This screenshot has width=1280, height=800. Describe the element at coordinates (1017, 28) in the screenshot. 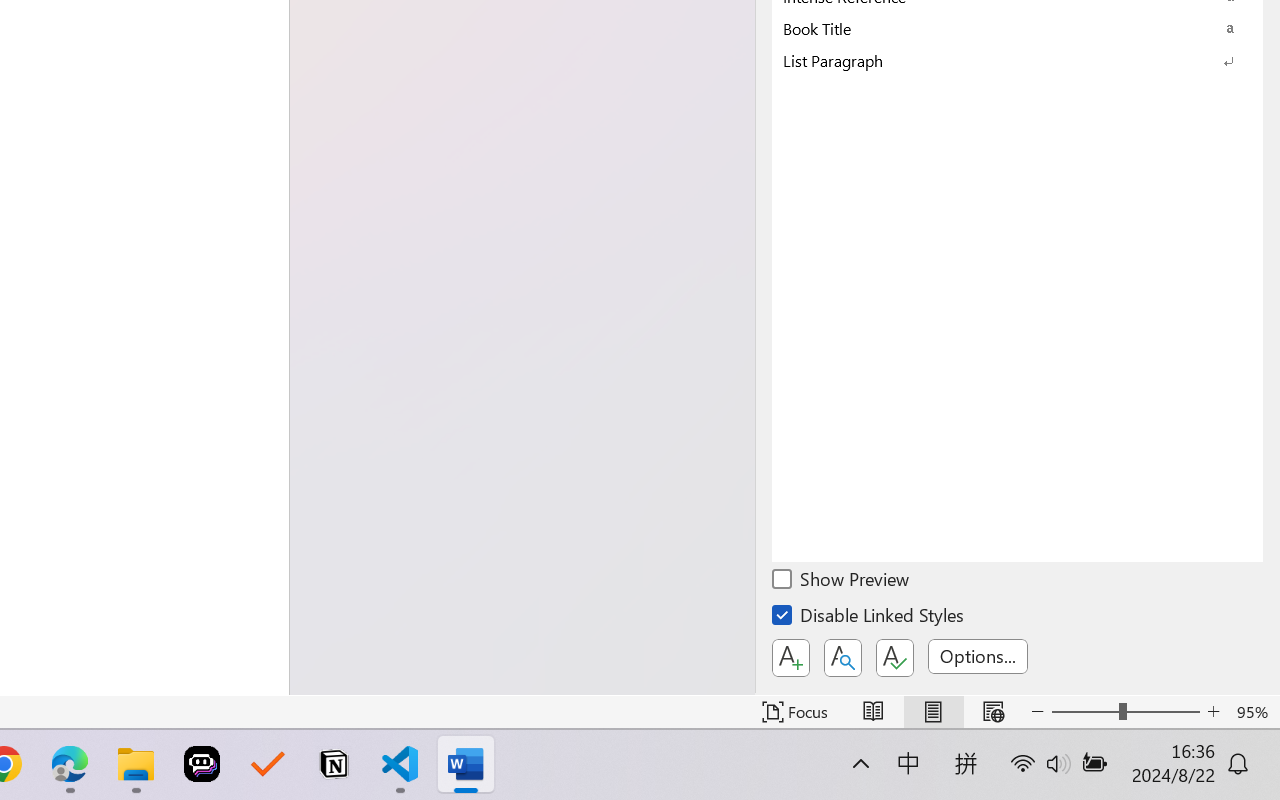

I see `'Book Title'` at that location.